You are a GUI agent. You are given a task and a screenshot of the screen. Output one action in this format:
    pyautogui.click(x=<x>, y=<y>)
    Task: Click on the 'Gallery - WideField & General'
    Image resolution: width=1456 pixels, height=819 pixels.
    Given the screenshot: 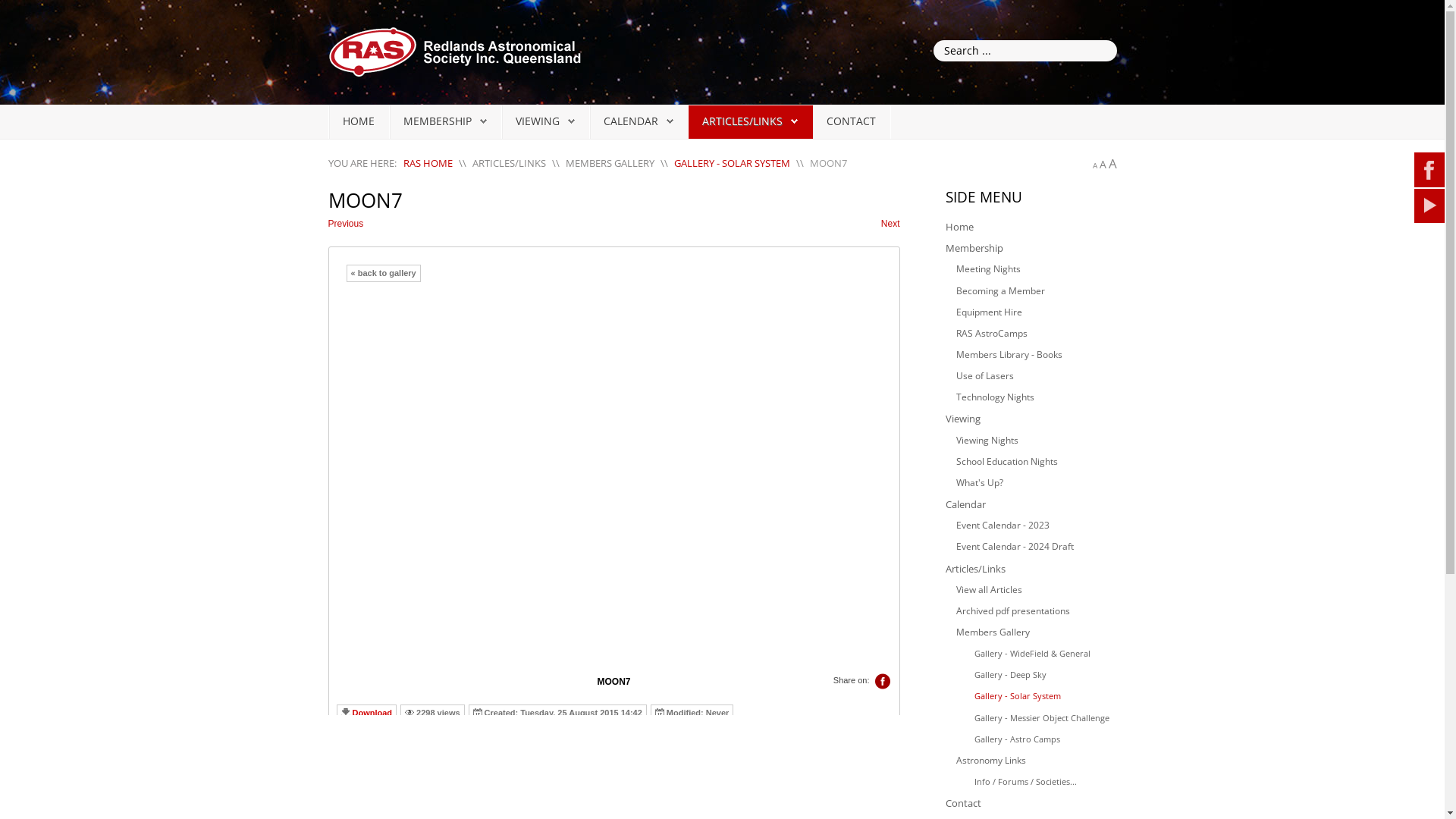 What is the action you would take?
    pyautogui.click(x=1040, y=652)
    